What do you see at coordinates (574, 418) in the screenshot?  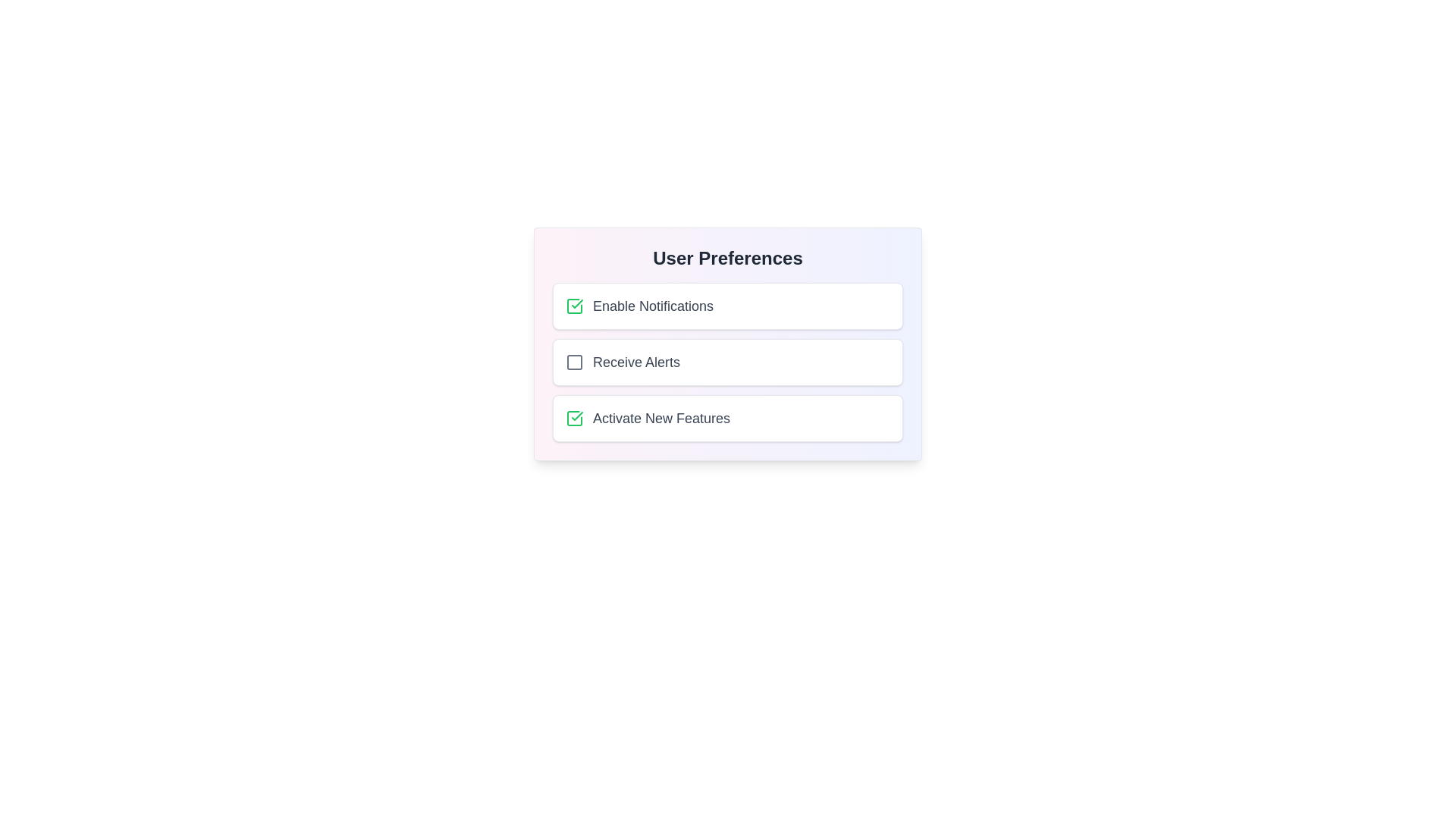 I see `the checkbox that allows users to toggle the 'Activate New Features' option, located at the leftmost side of the bottom row within the 'Activate New Features' grouping` at bounding box center [574, 418].